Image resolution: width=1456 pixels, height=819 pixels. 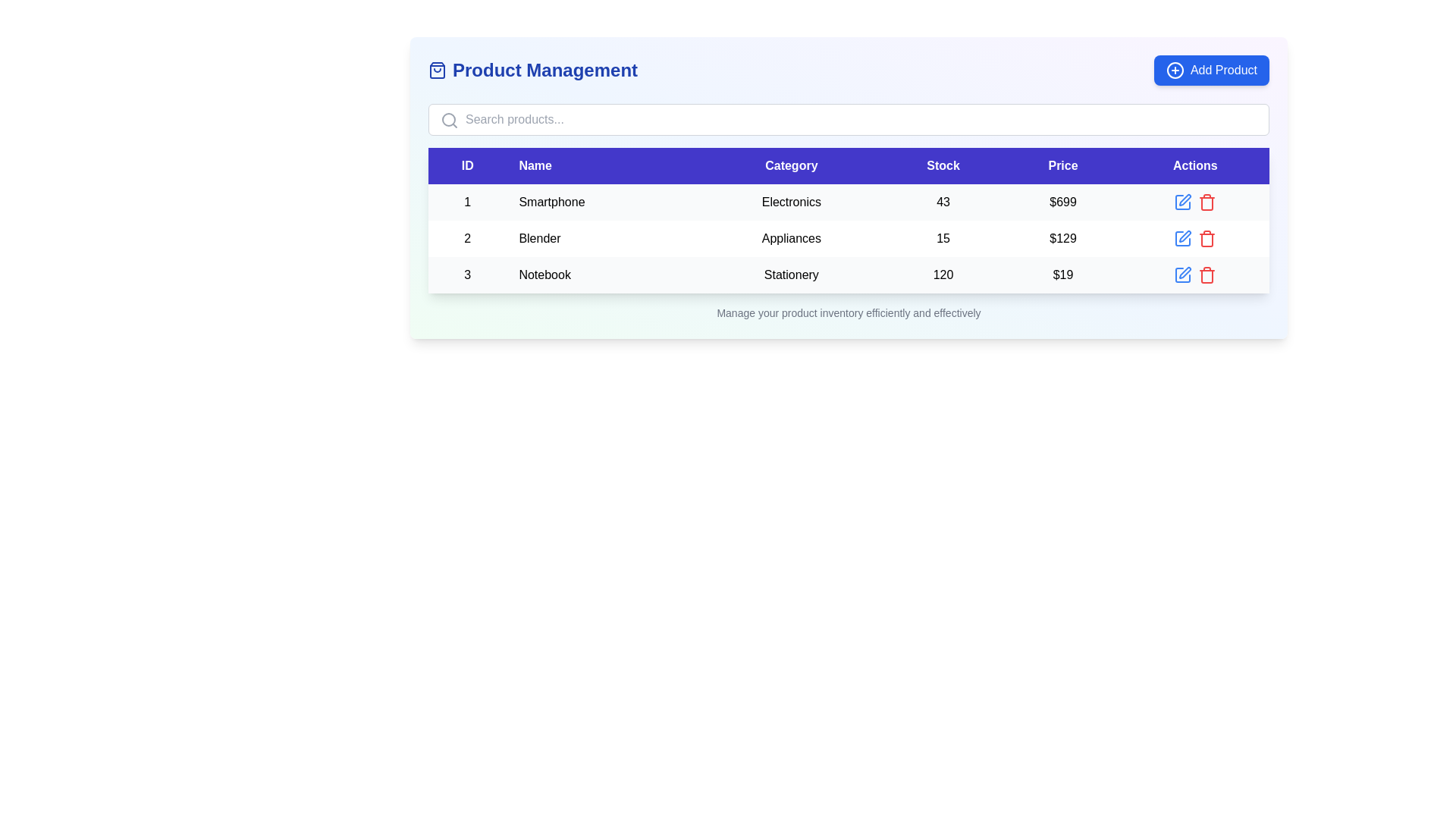 What do you see at coordinates (942, 239) in the screenshot?
I see `the stock quantity text label for the product 'Blender', located under the 'Stock' column in the second row of the table` at bounding box center [942, 239].